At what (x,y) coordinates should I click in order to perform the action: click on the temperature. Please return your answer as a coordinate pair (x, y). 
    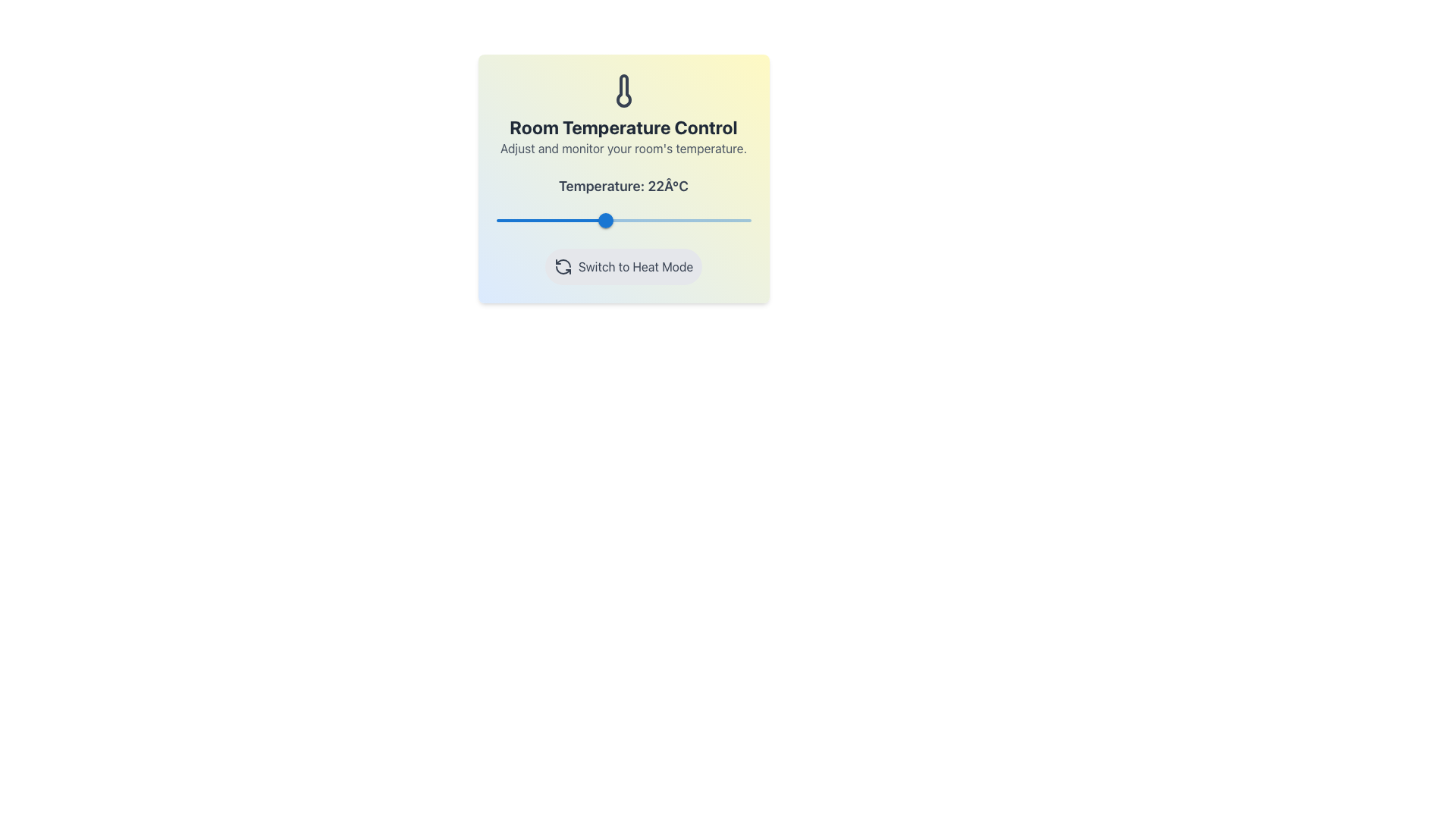
    Looking at the image, I should click on (515, 220).